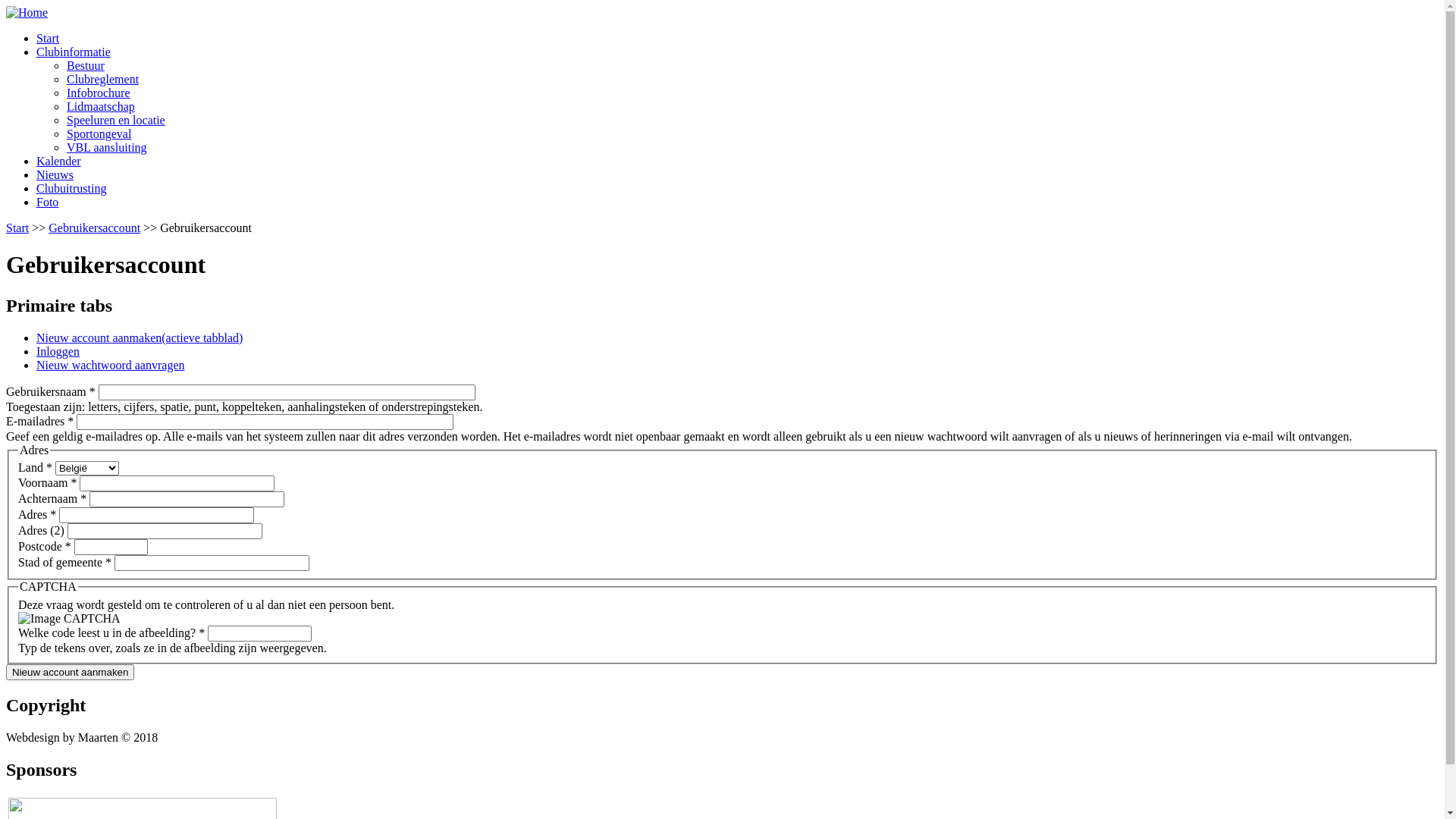 The width and height of the screenshot is (1456, 819). What do you see at coordinates (72, 51) in the screenshot?
I see `'Clubinformatie'` at bounding box center [72, 51].